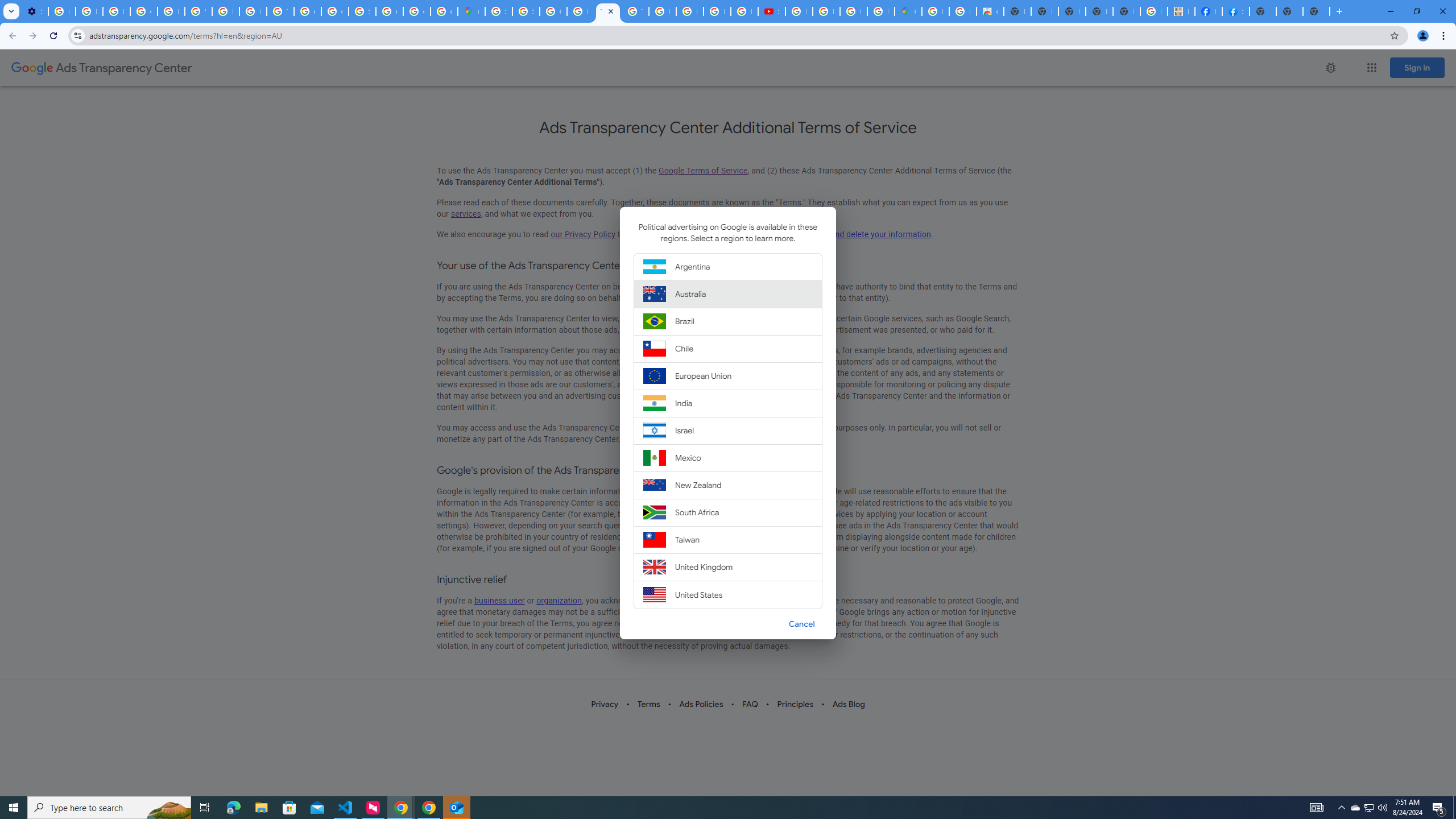 Image resolution: width=1456 pixels, height=819 pixels. What do you see at coordinates (835, 234) in the screenshot?
I see `'update, manage, export, and delete your information'` at bounding box center [835, 234].